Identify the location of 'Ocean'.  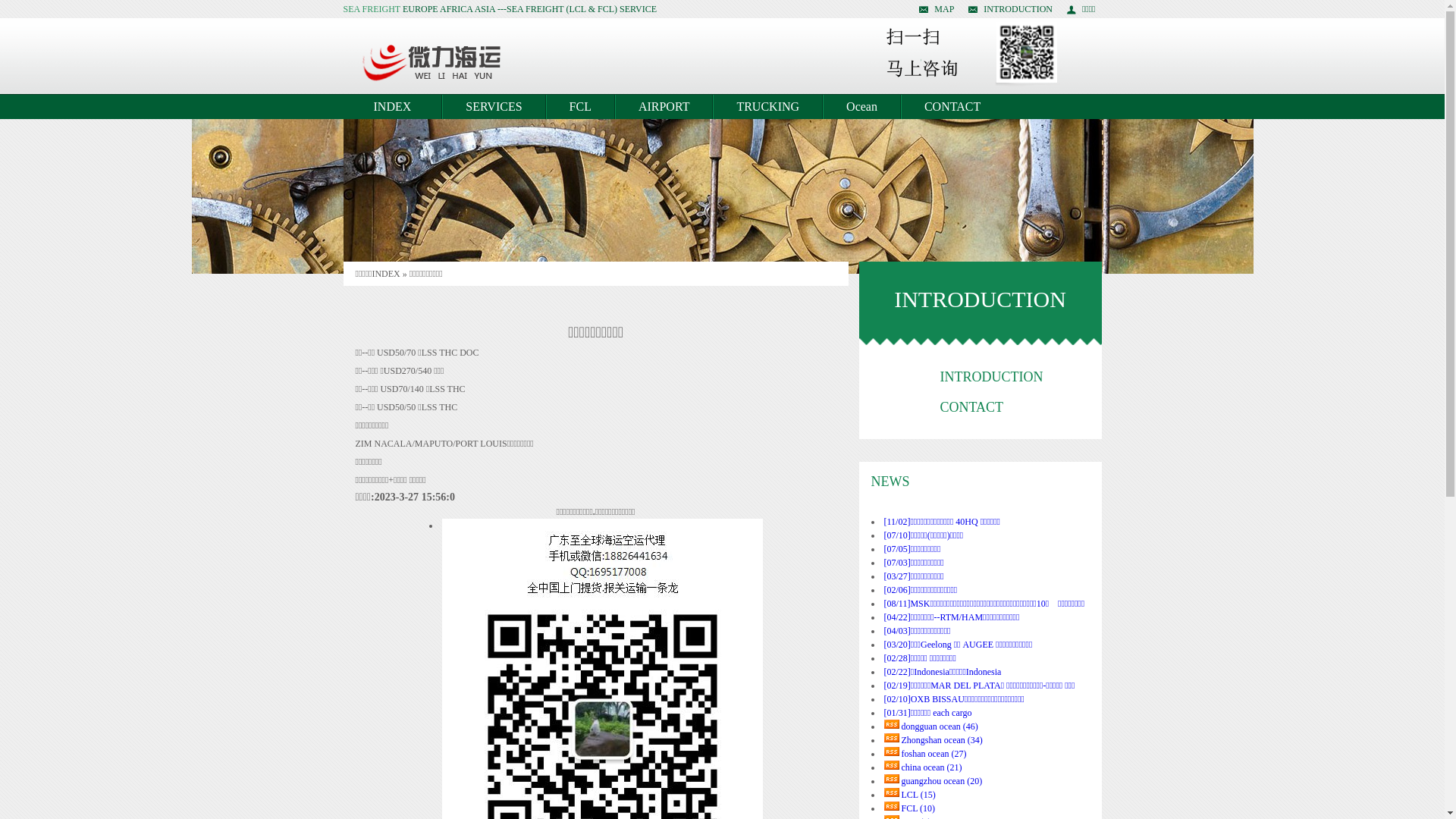
(861, 106).